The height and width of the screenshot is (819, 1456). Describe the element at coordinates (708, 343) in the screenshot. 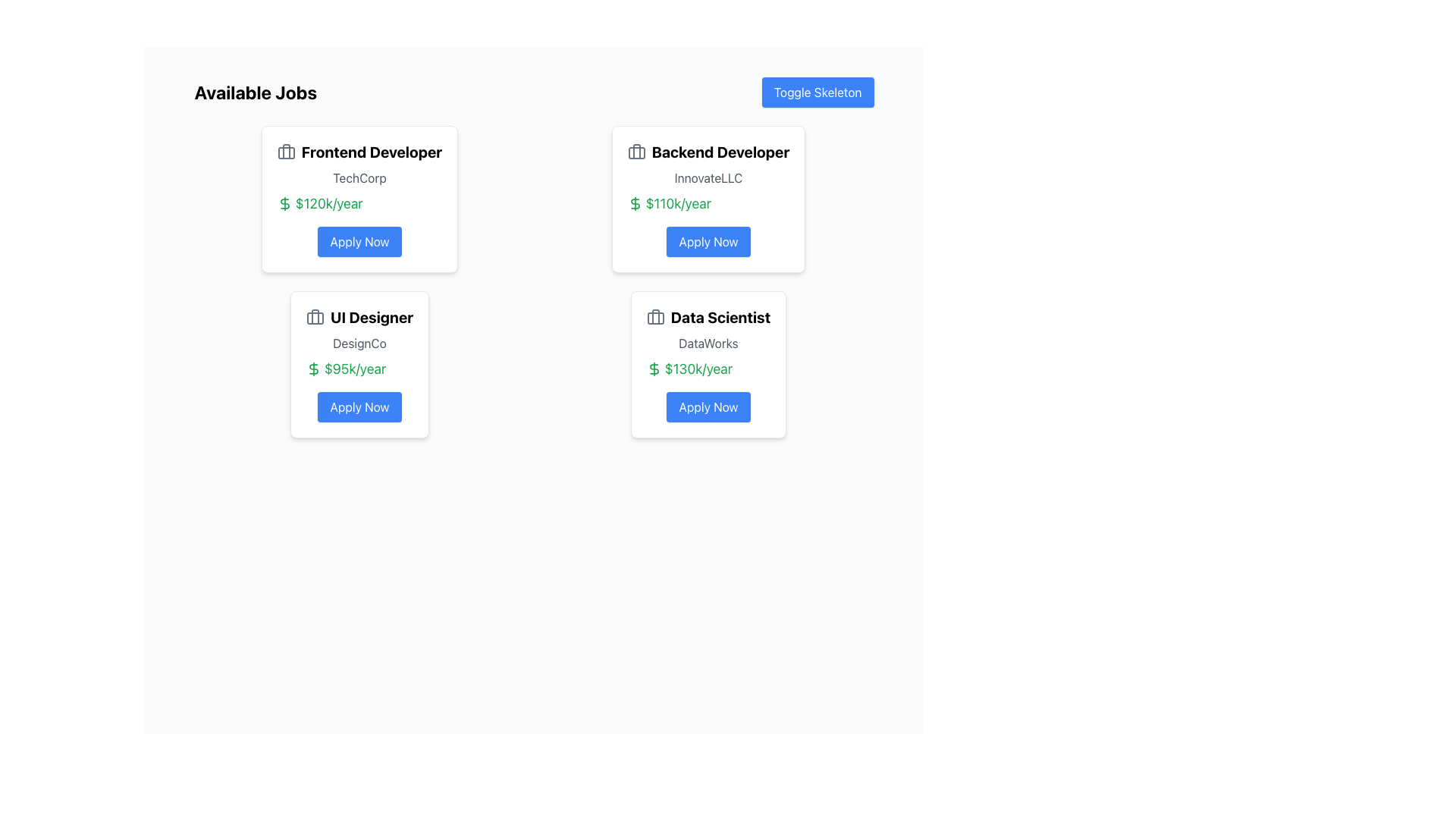

I see `the text label displaying 'DataWorks' located beneath the 'Data Scientist' title in the job card layout` at that location.